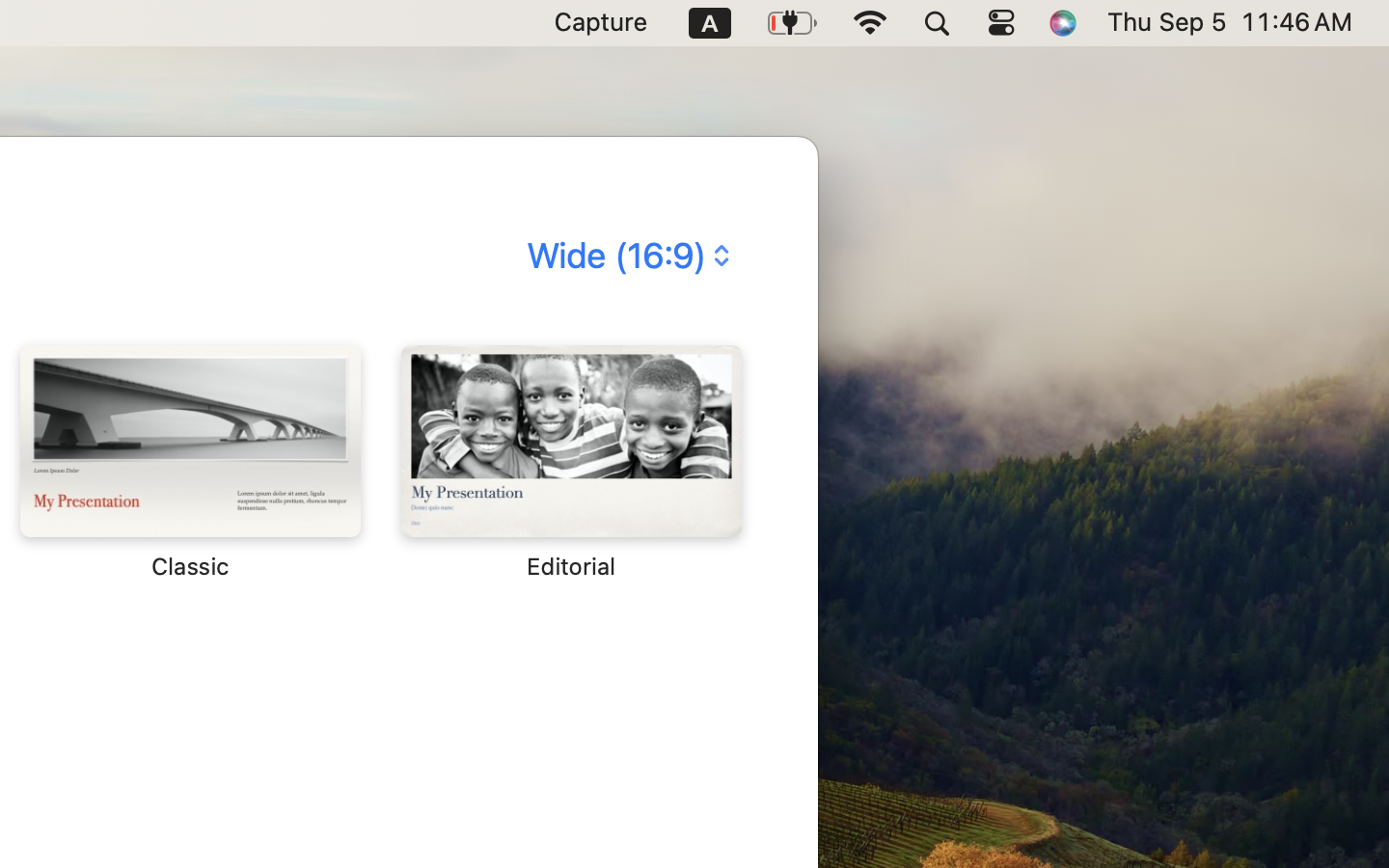  What do you see at coordinates (569, 461) in the screenshot?
I see `'‎⁨Editorial⁩'` at bounding box center [569, 461].